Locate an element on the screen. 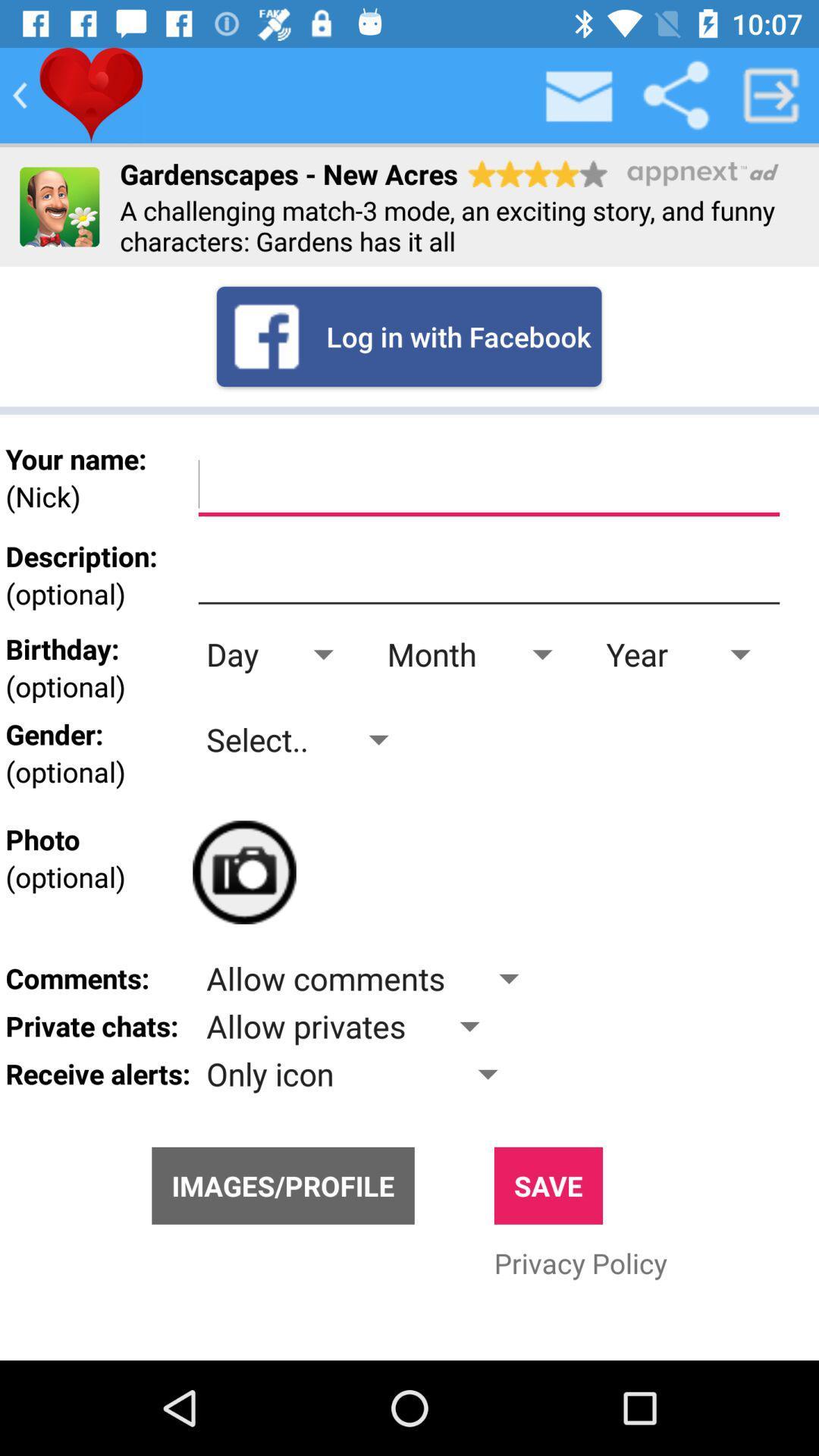  the email icon is located at coordinates (579, 94).